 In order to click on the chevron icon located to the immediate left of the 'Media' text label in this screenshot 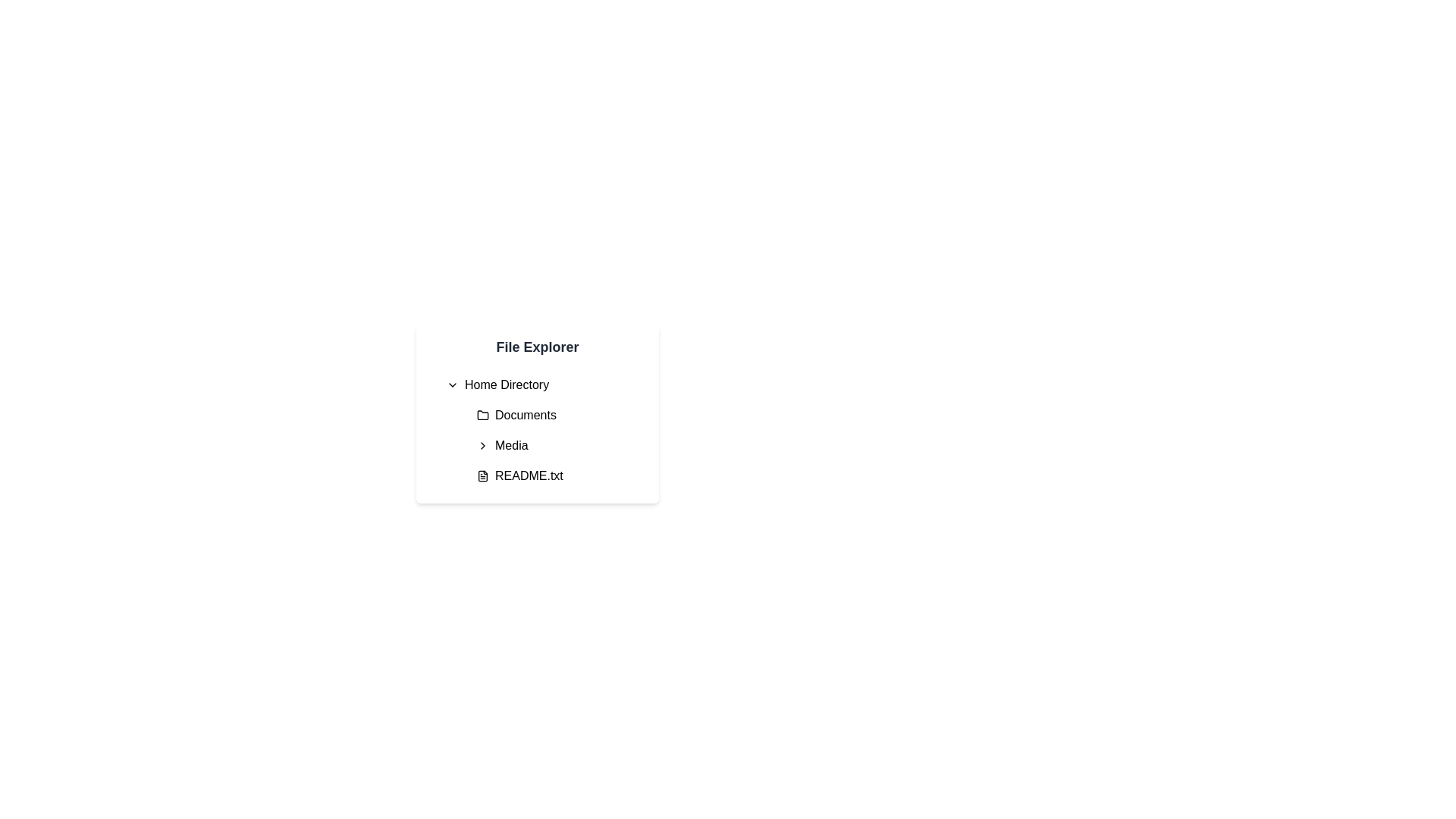, I will do `click(482, 444)`.